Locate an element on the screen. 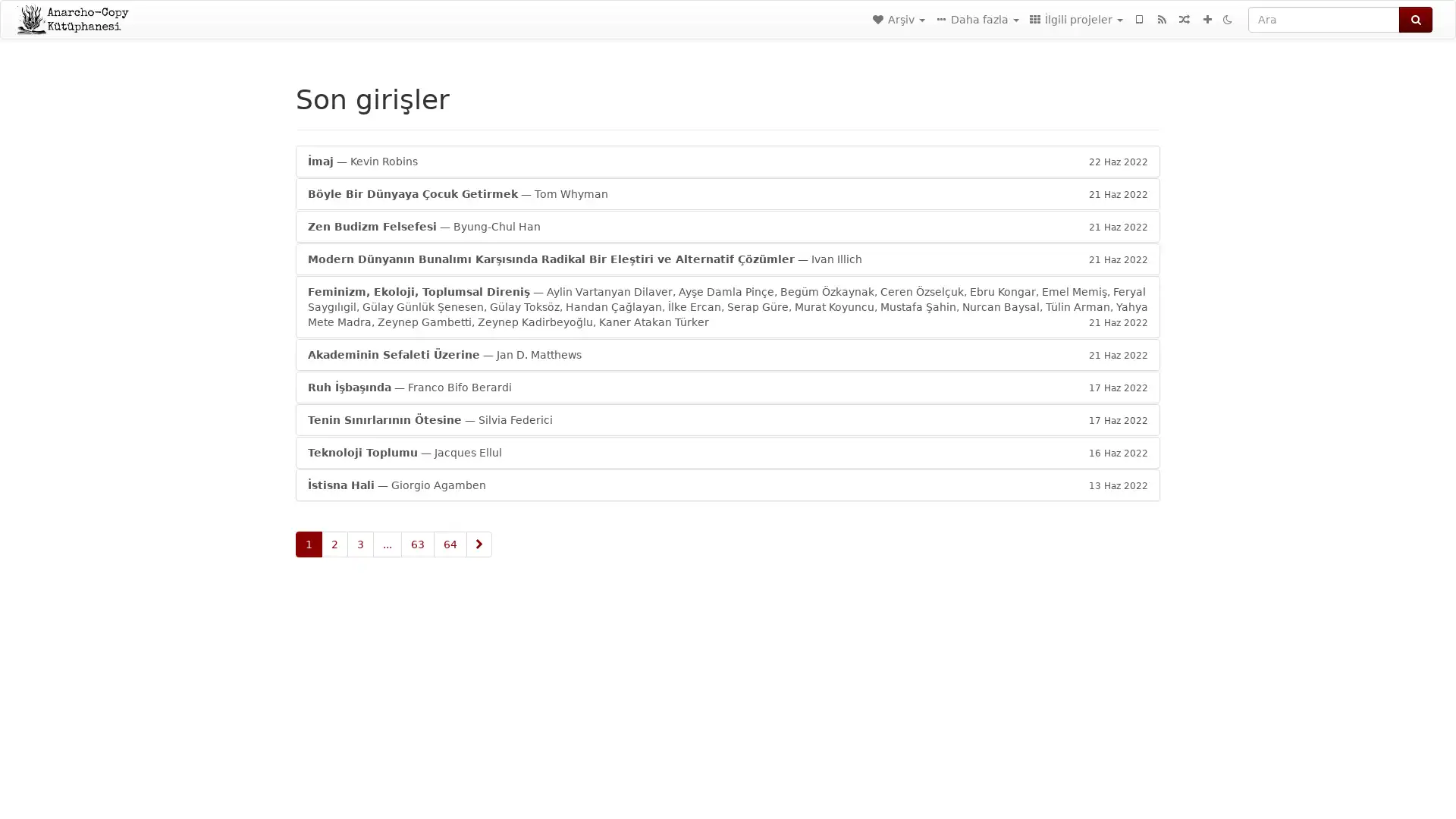  Ara is located at coordinates (1415, 20).